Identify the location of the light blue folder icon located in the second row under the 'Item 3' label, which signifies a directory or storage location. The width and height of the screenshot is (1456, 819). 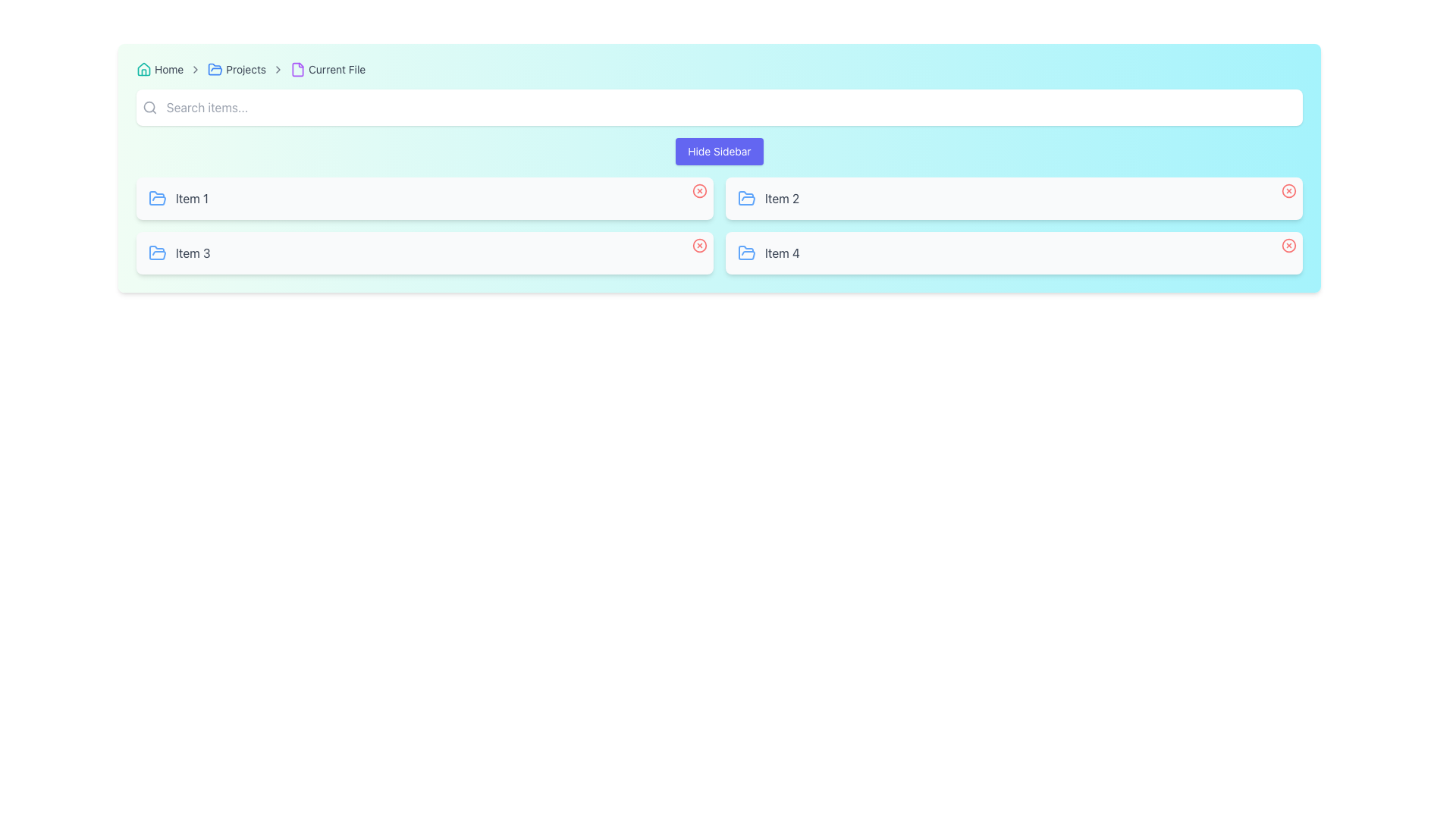
(157, 252).